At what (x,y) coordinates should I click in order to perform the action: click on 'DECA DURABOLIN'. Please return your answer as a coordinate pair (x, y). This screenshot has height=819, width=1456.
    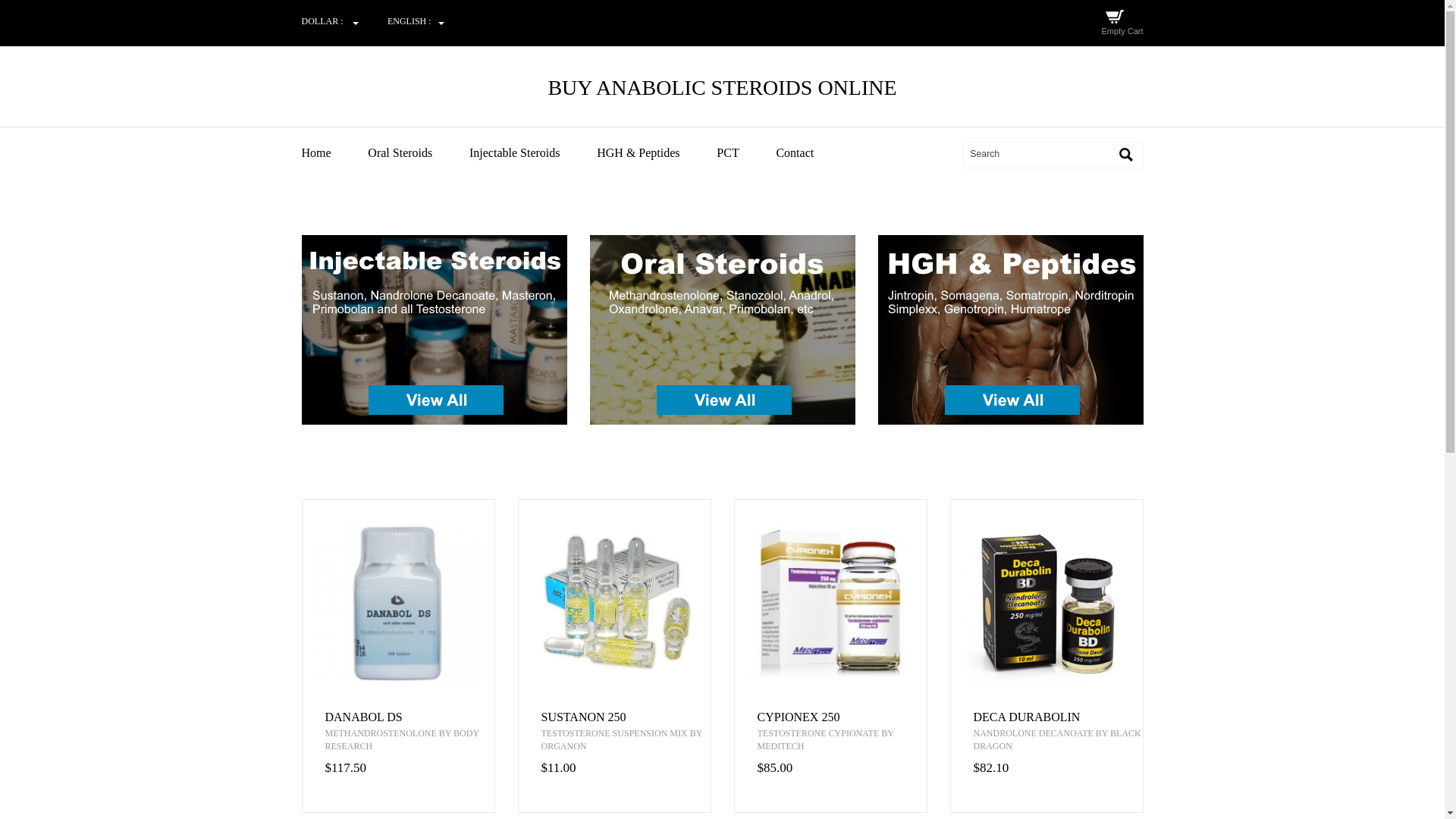
    Looking at the image, I should click on (973, 717).